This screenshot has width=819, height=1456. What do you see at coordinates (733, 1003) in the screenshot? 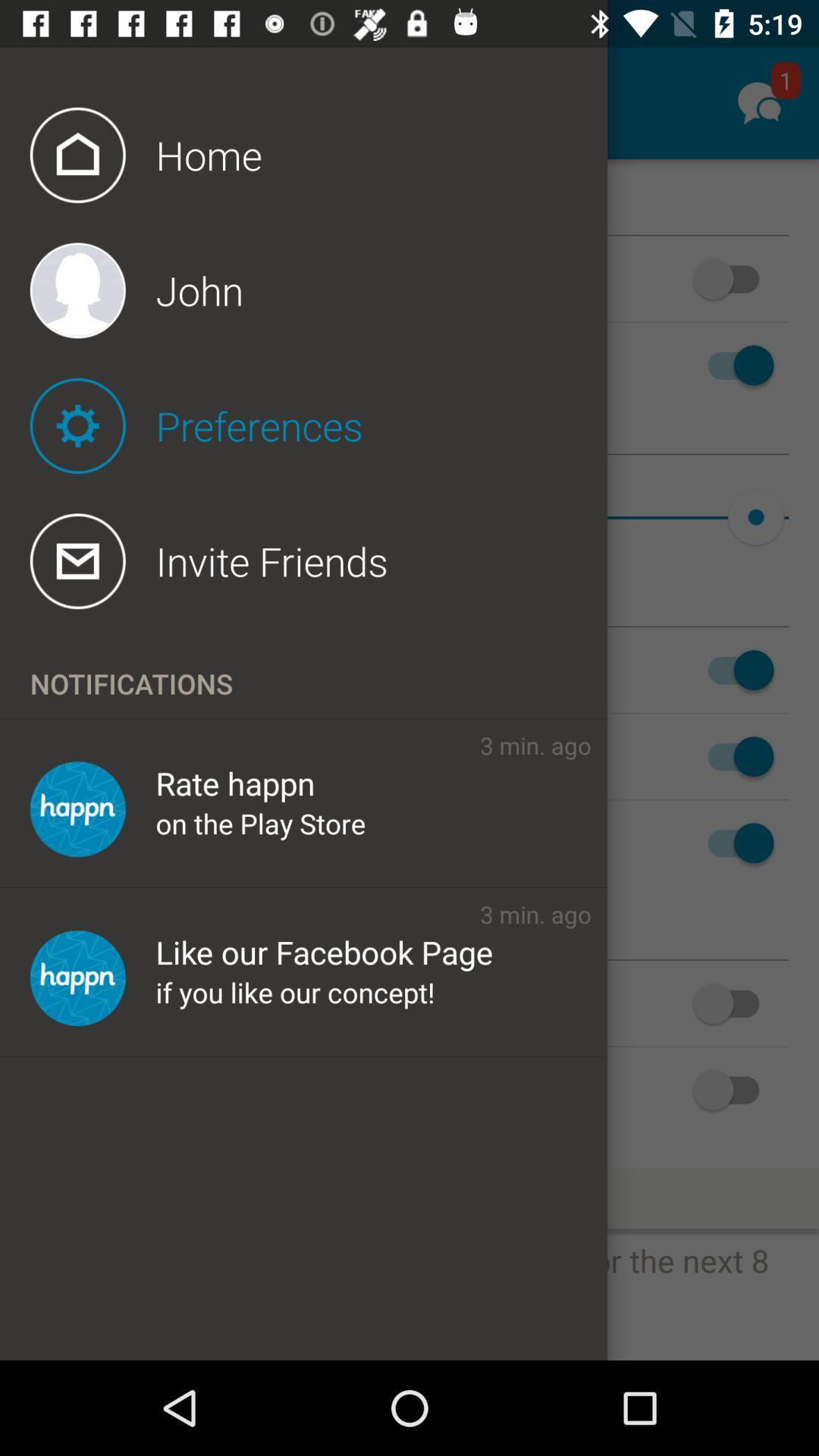
I see `the on and off button which is bottom right corner of second one` at bounding box center [733, 1003].